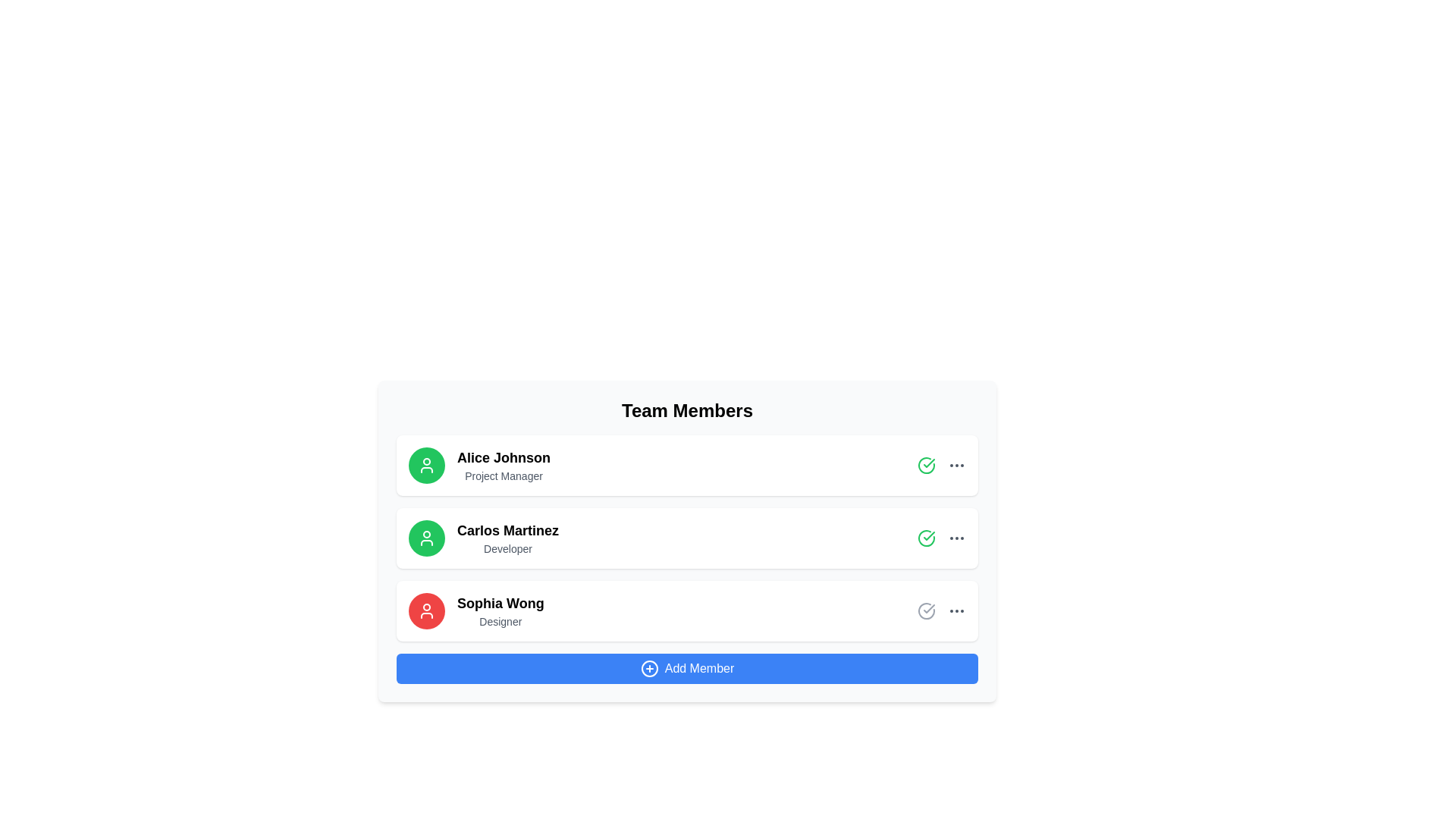  Describe the element at coordinates (500, 602) in the screenshot. I see `the text label displaying the name 'Sophia Wong' located at the top part of the third user info card in the 'Team Members' section` at that location.